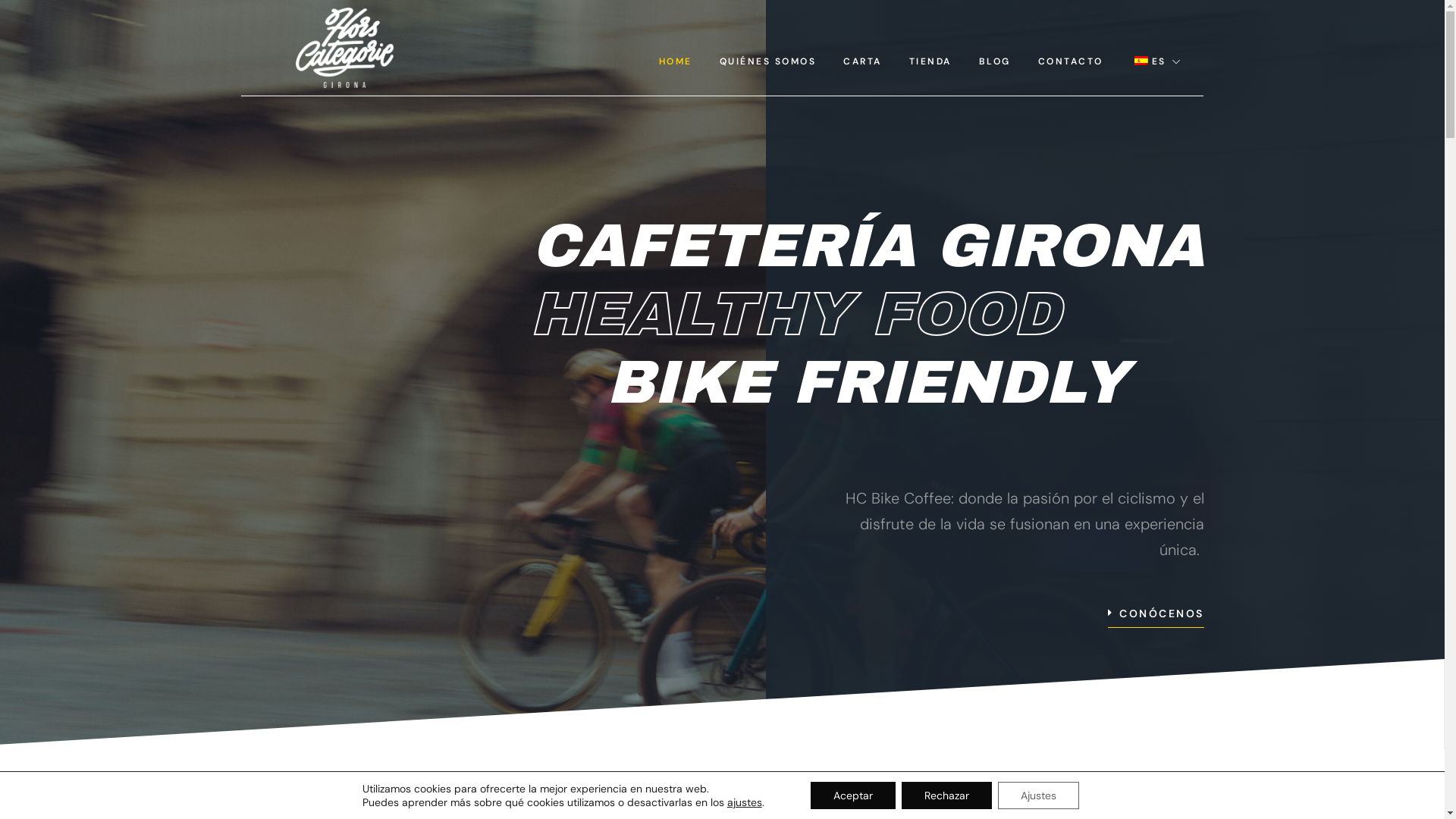  I want to click on 'ES', so click(1117, 61).